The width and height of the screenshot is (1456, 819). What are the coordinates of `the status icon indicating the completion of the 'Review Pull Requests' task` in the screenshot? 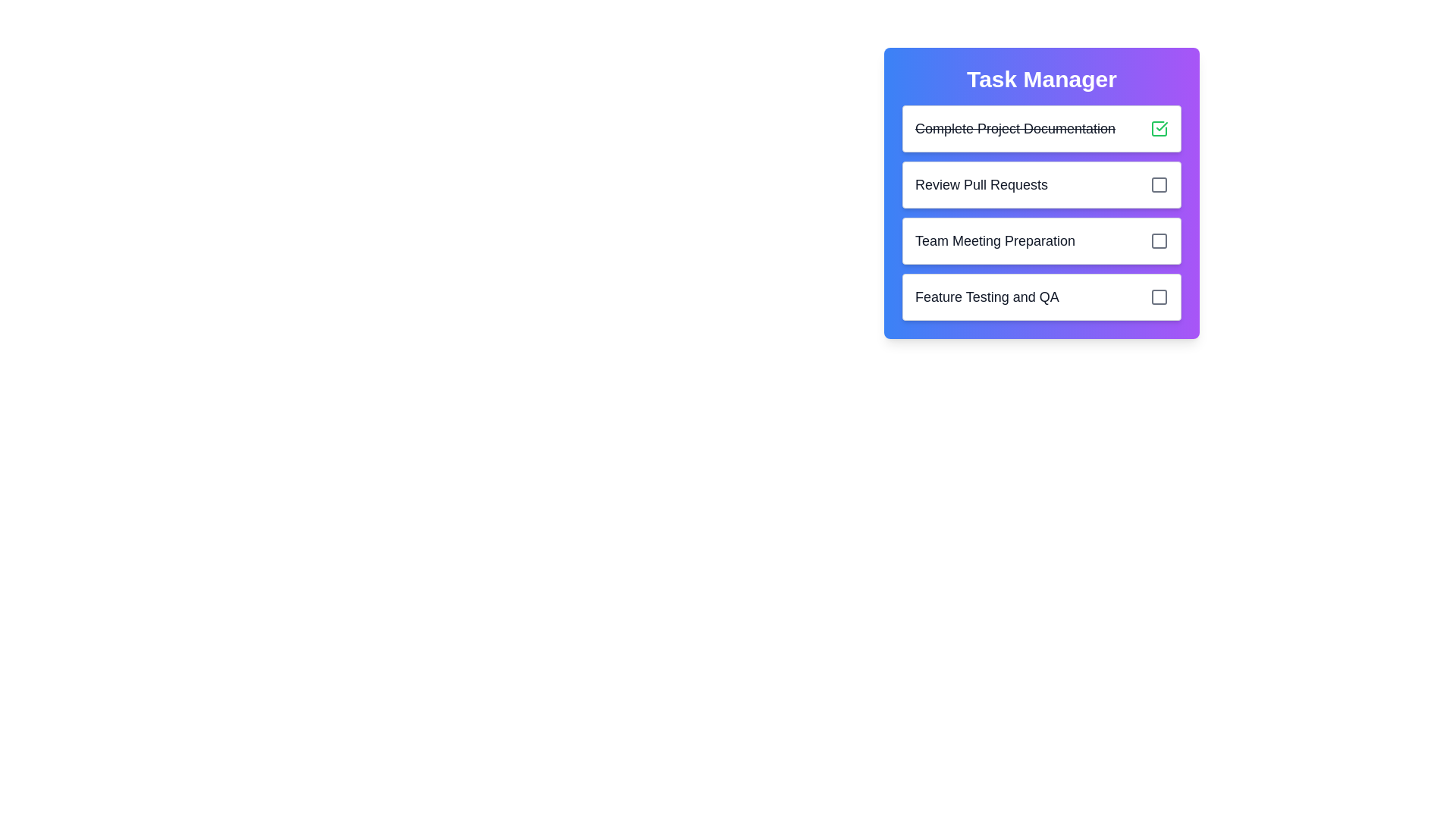 It's located at (1159, 184).